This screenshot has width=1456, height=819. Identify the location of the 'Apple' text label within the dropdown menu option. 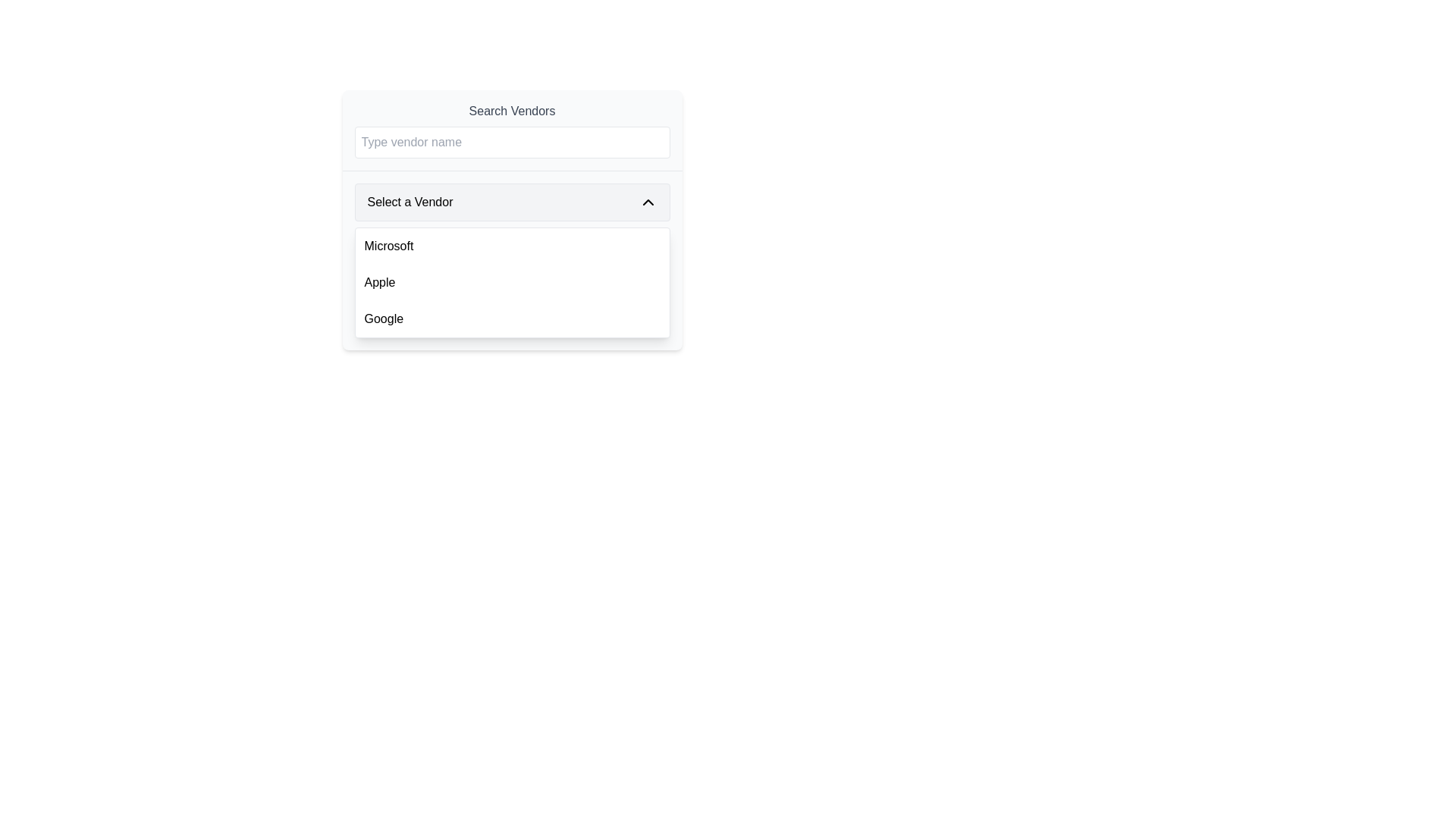
(379, 283).